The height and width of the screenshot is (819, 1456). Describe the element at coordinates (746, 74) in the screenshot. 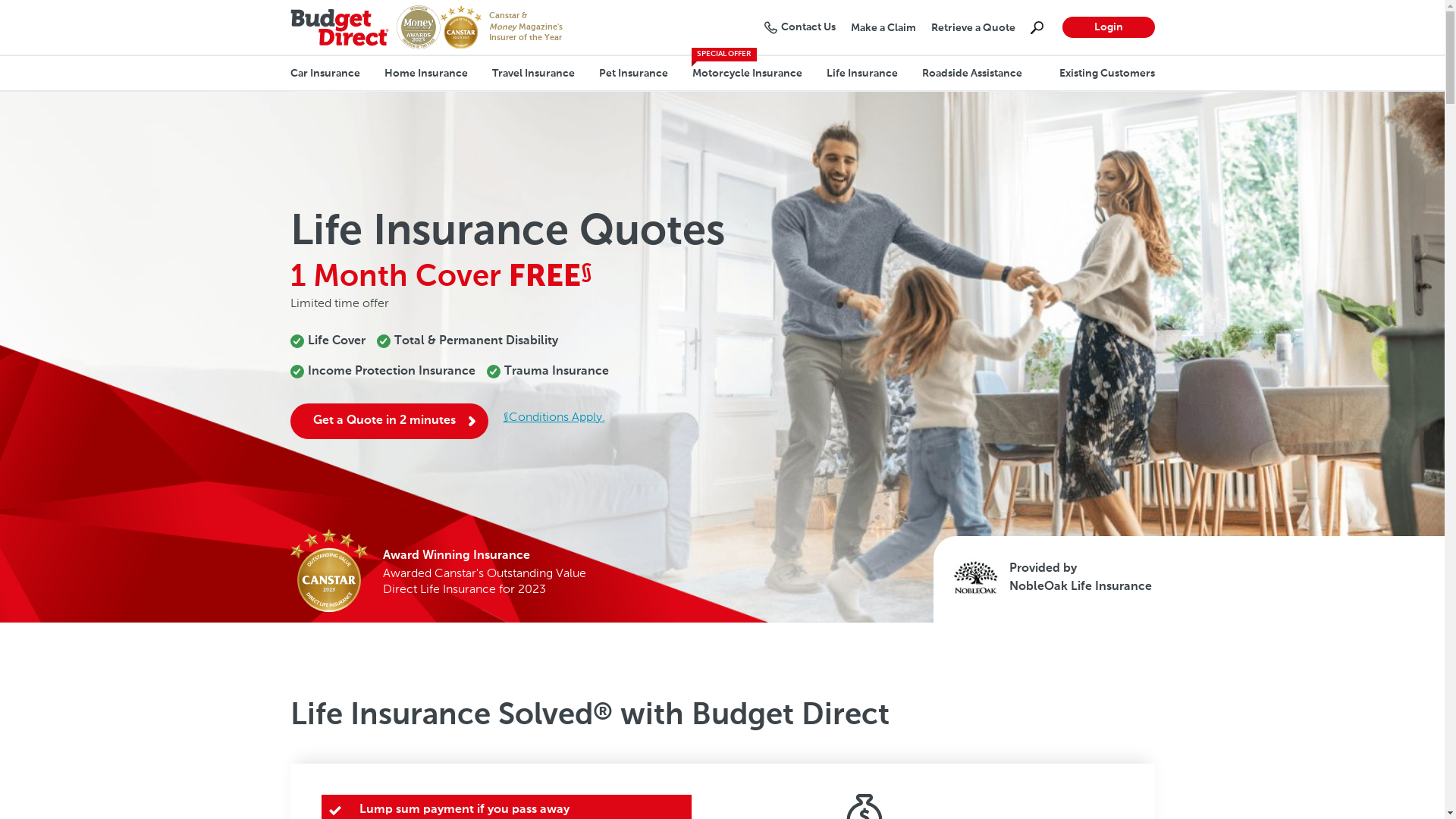

I see `'Motorcycle Insurance'` at that location.